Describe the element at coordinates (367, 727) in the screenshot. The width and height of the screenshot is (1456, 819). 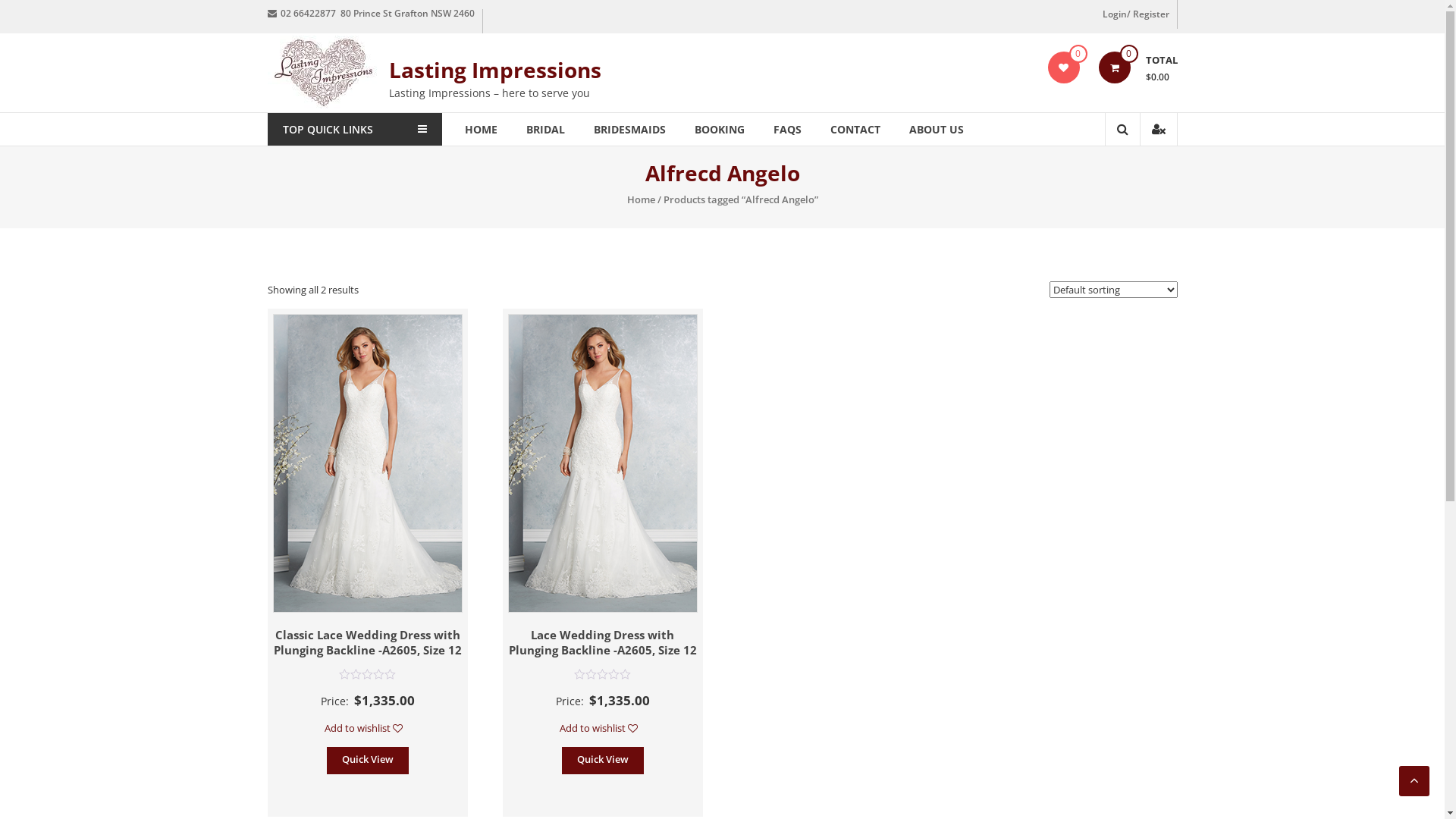
I see `'Add to wishlist'` at that location.